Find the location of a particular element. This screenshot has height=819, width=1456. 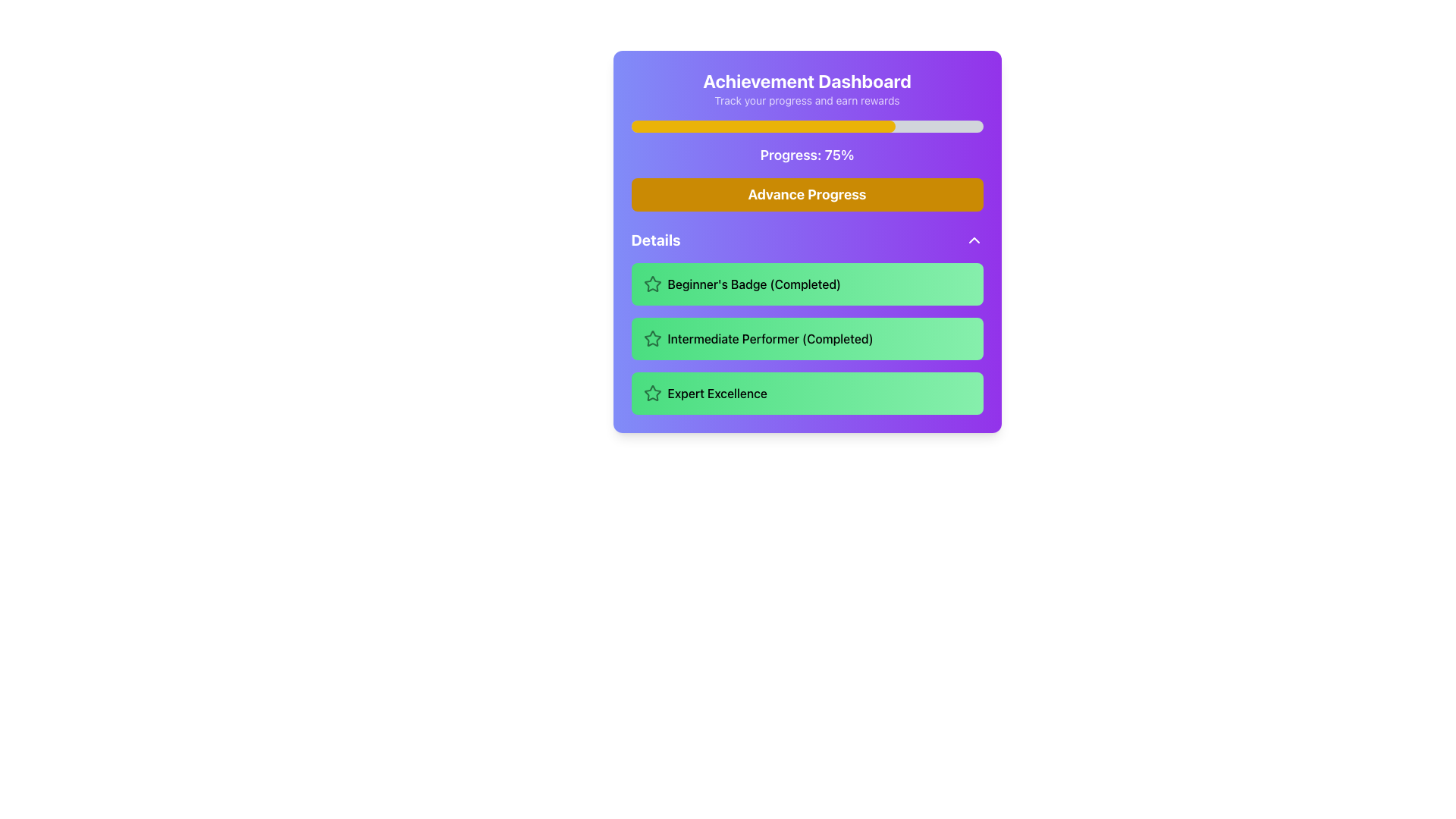

the third achievement badge labeled as 'Achievement Badge' in the Details section, which is identified by its green gradient background and its position below 'Beginner's Badge' and 'Intermediate Performer' is located at coordinates (806, 393).